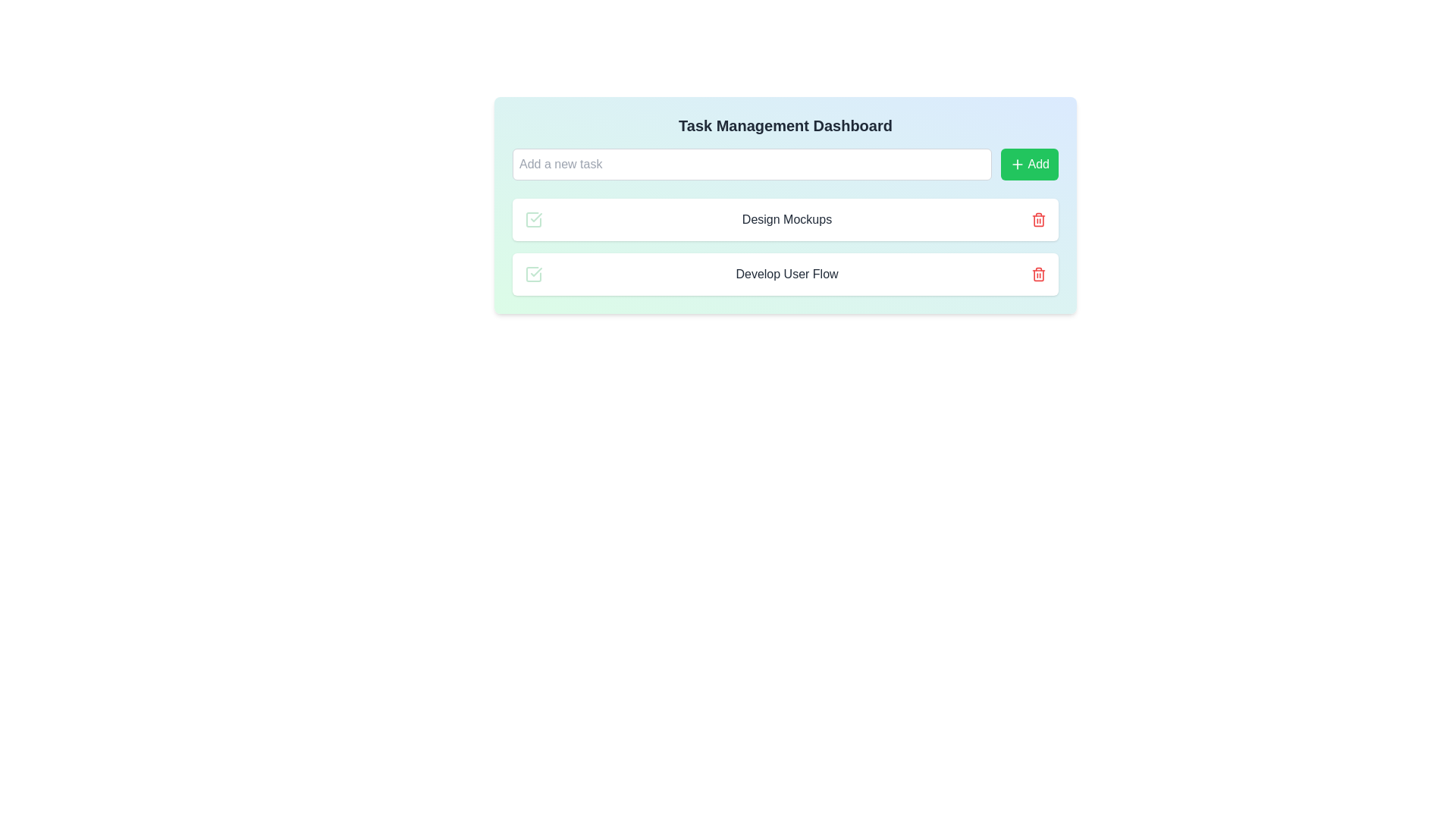  What do you see at coordinates (1029, 164) in the screenshot?
I see `the confirmation button` at bounding box center [1029, 164].